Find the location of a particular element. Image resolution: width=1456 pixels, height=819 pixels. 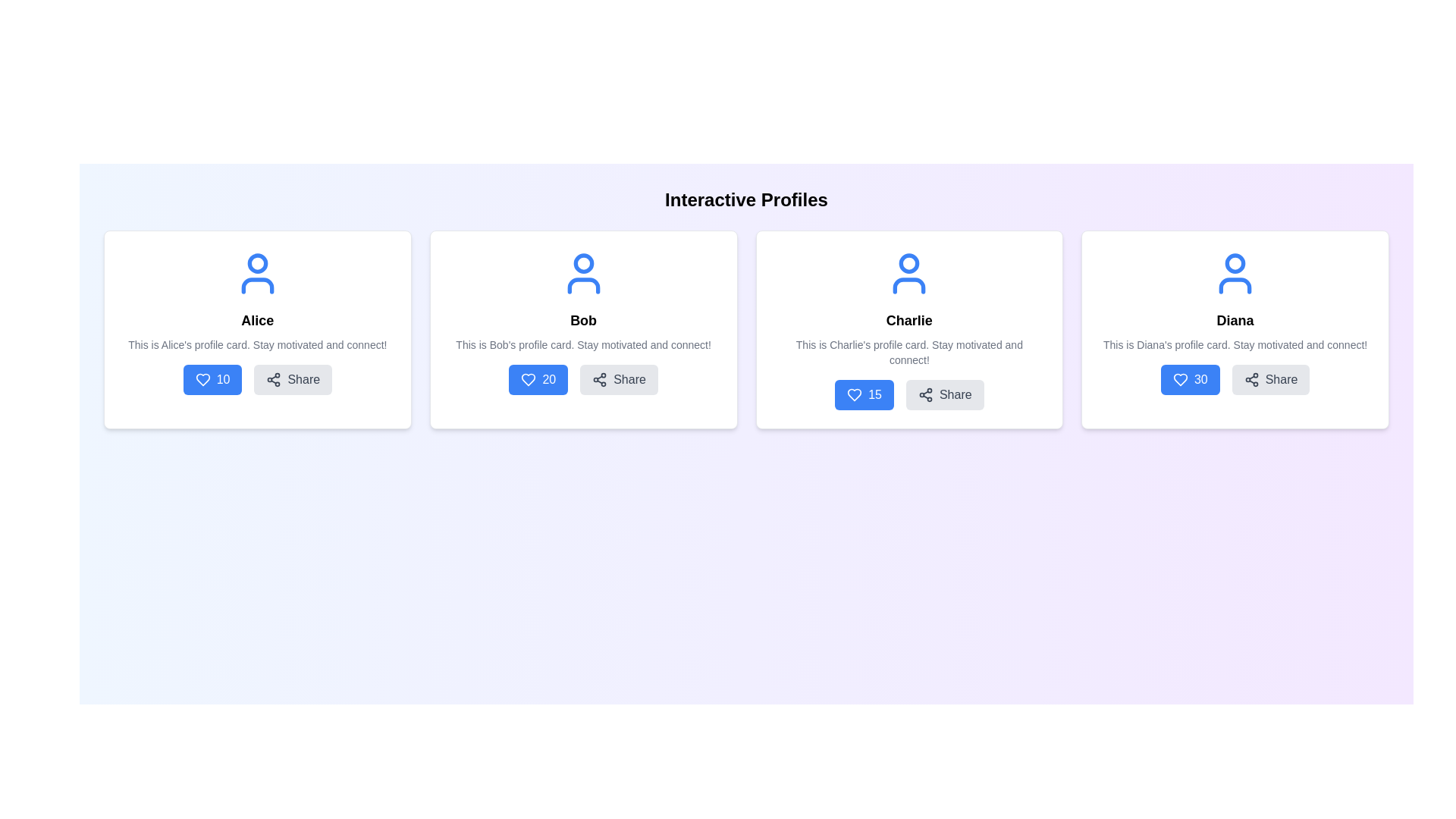

the Share icon located inside the button labeled 'Share' at the bottom-right of Diana's profile card to initiate sharing actions is located at coordinates (1251, 379).